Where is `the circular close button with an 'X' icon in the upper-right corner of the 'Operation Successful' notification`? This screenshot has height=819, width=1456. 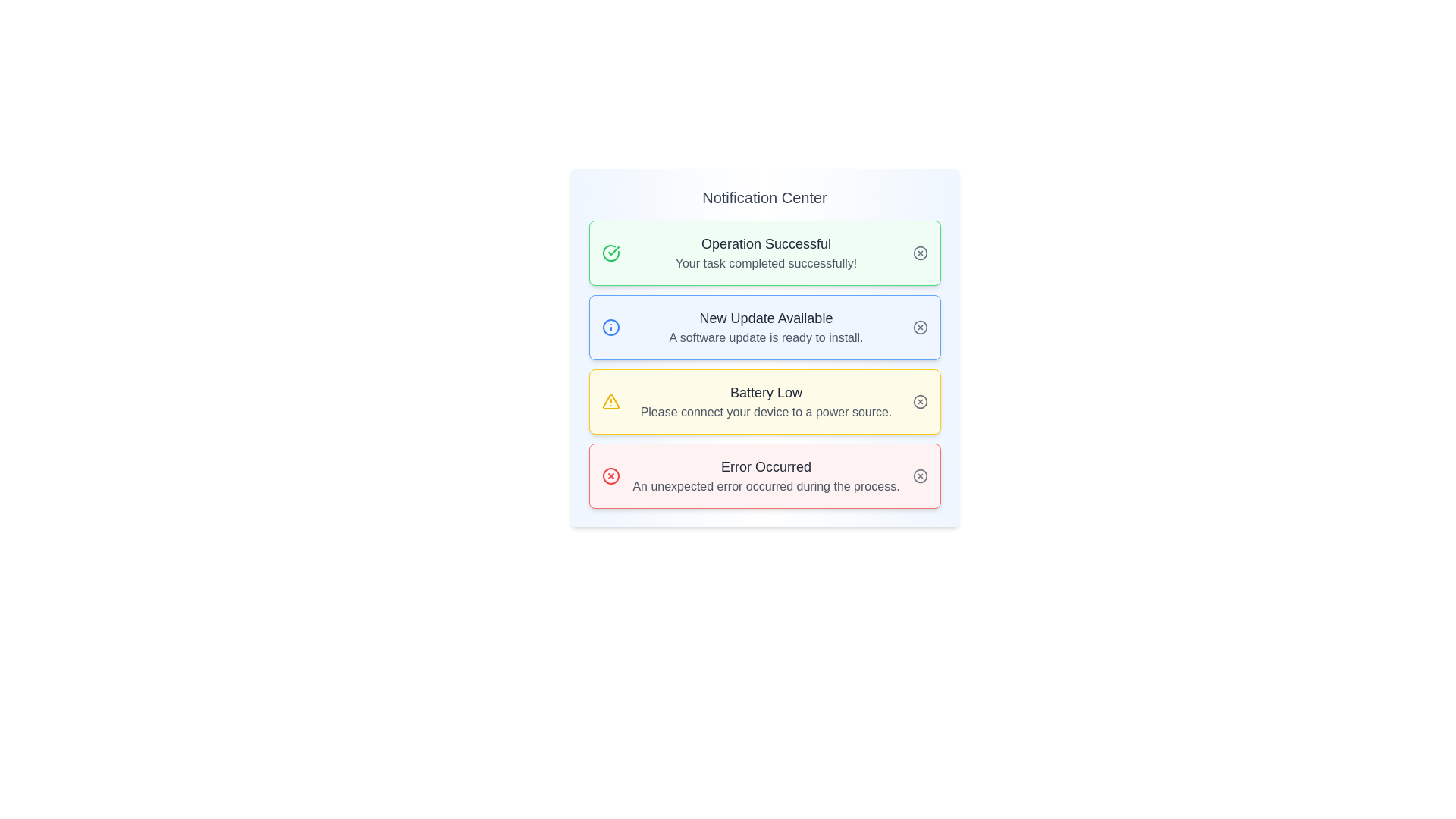
the circular close button with an 'X' icon in the upper-right corner of the 'Operation Successful' notification is located at coordinates (919, 253).